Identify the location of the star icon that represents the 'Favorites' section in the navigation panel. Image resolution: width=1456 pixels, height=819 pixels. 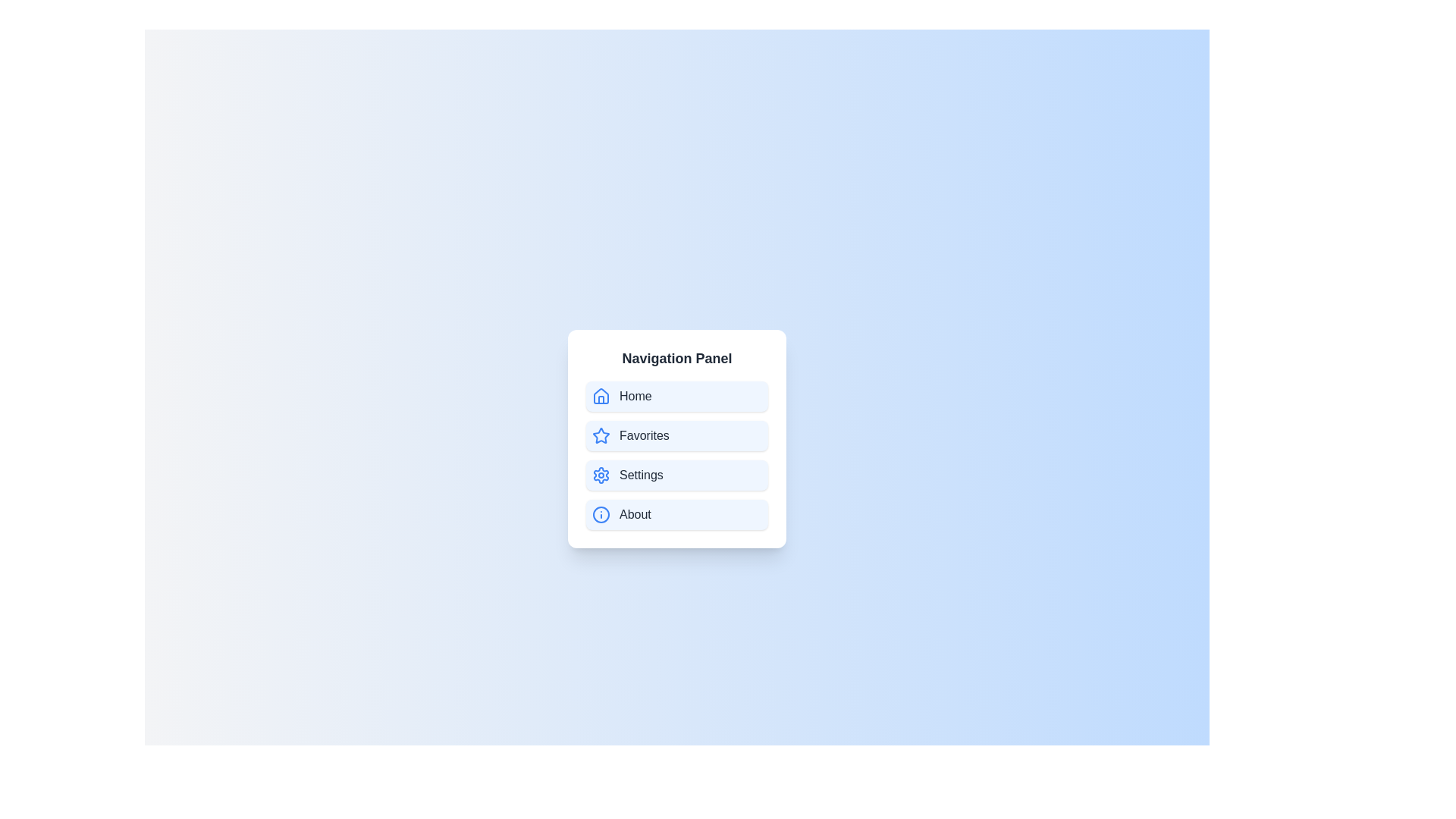
(600, 435).